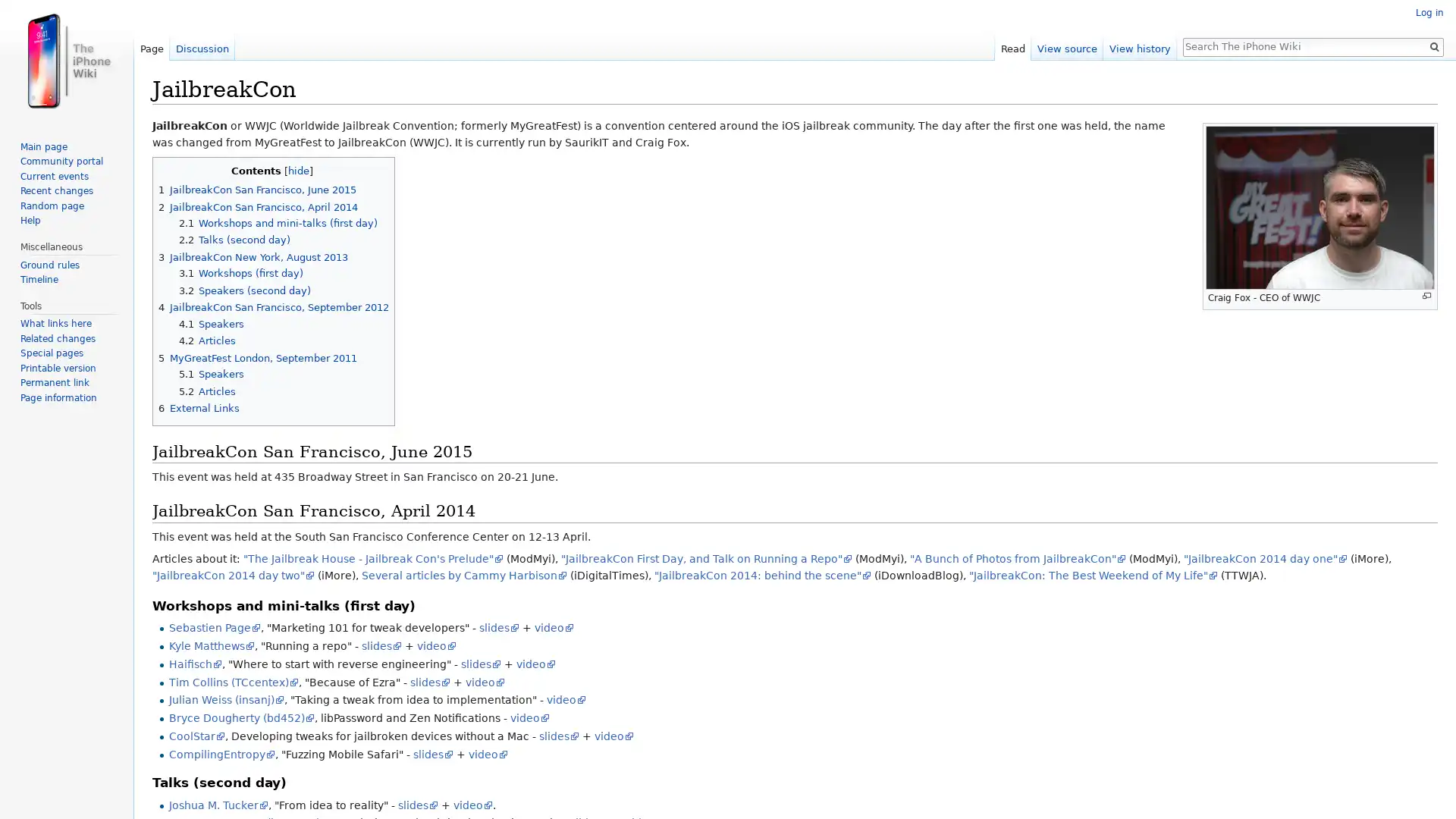 Image resolution: width=1456 pixels, height=819 pixels. I want to click on Go, so click(1433, 45).